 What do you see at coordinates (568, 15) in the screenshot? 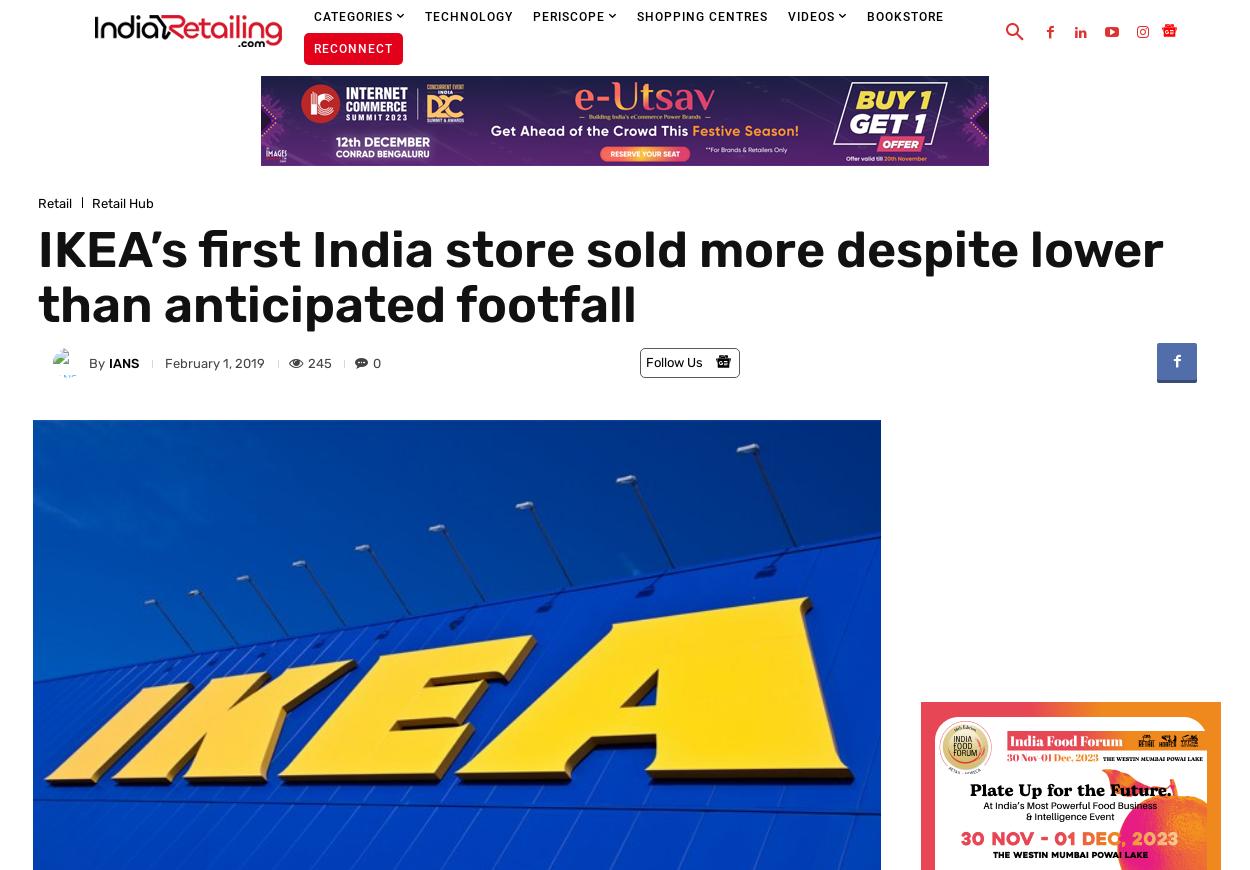
I see `'Periscope'` at bounding box center [568, 15].